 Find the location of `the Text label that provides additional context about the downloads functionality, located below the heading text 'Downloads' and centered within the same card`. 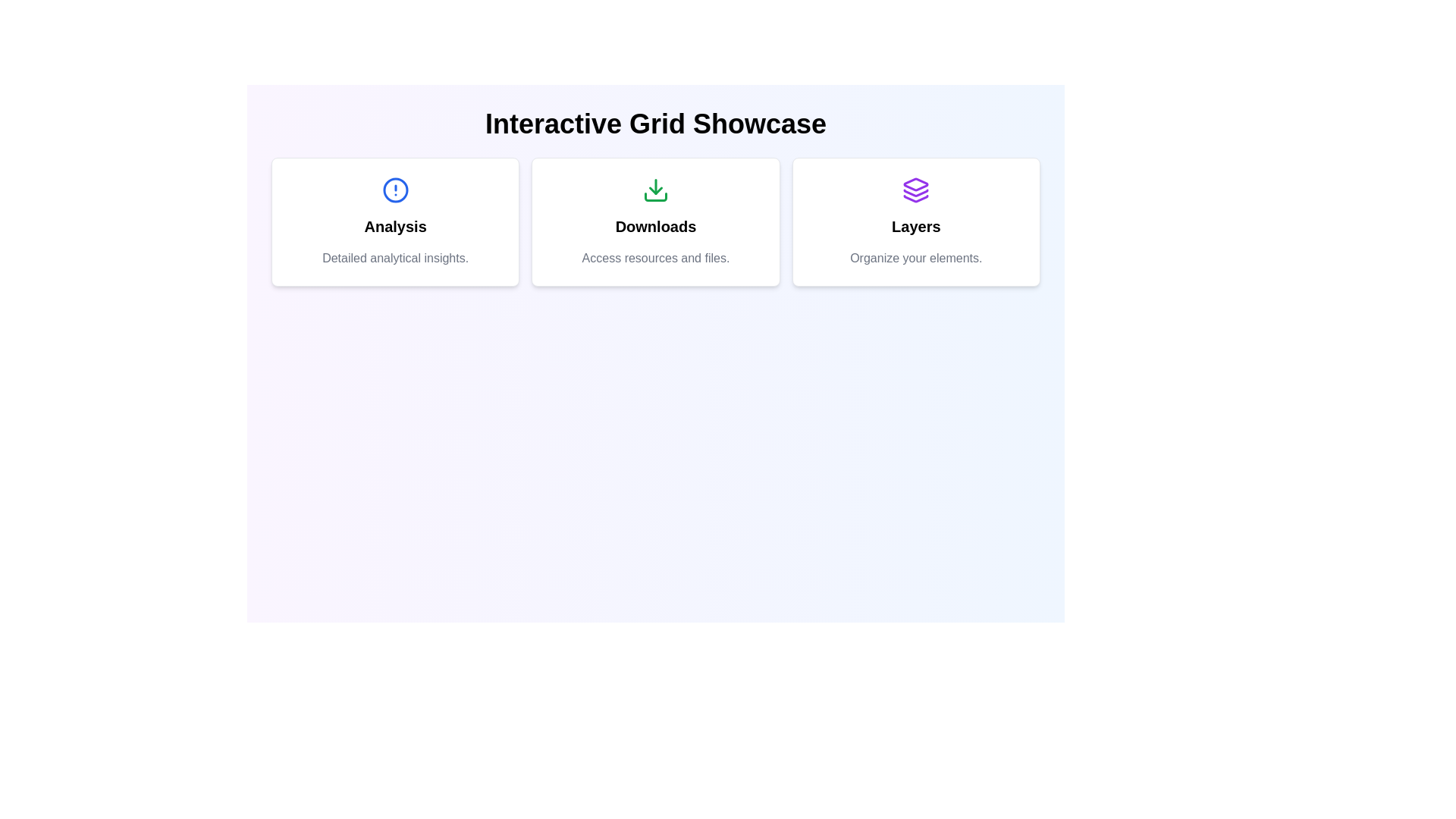

the Text label that provides additional context about the downloads functionality, located below the heading text 'Downloads' and centered within the same card is located at coordinates (655, 257).